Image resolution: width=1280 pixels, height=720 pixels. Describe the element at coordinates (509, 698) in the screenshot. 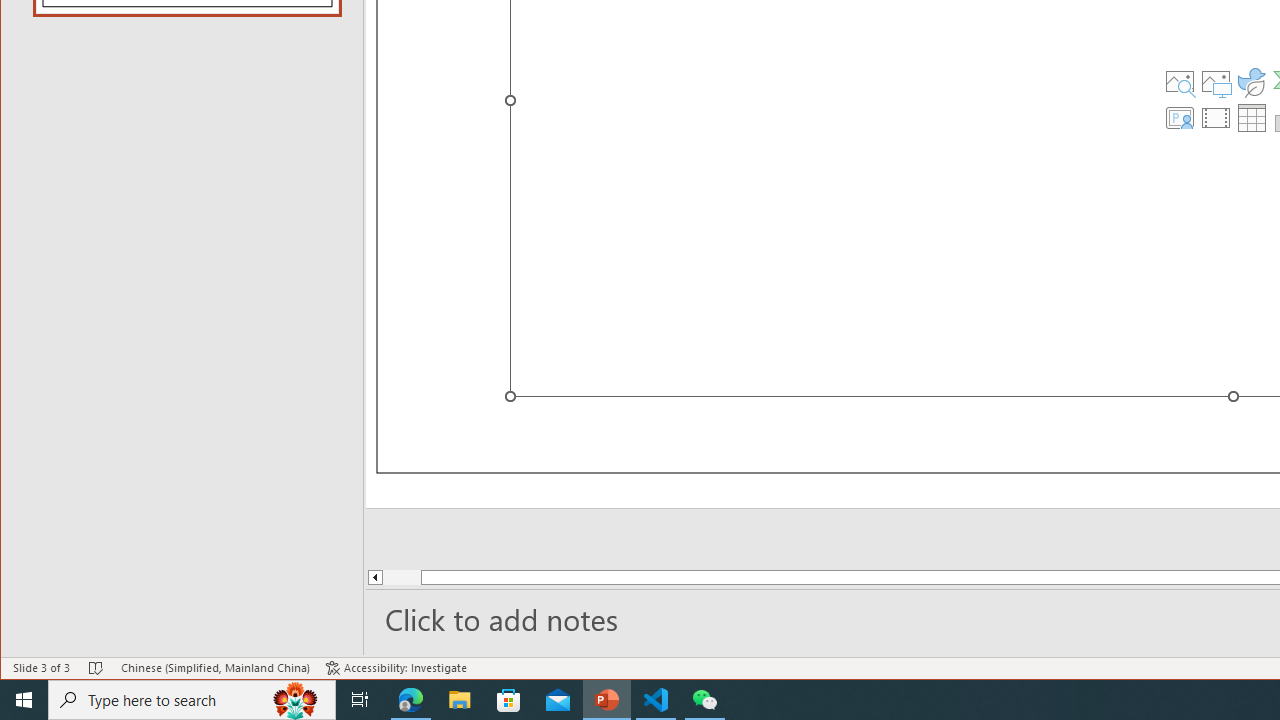

I see `'Microsoft Store'` at that location.